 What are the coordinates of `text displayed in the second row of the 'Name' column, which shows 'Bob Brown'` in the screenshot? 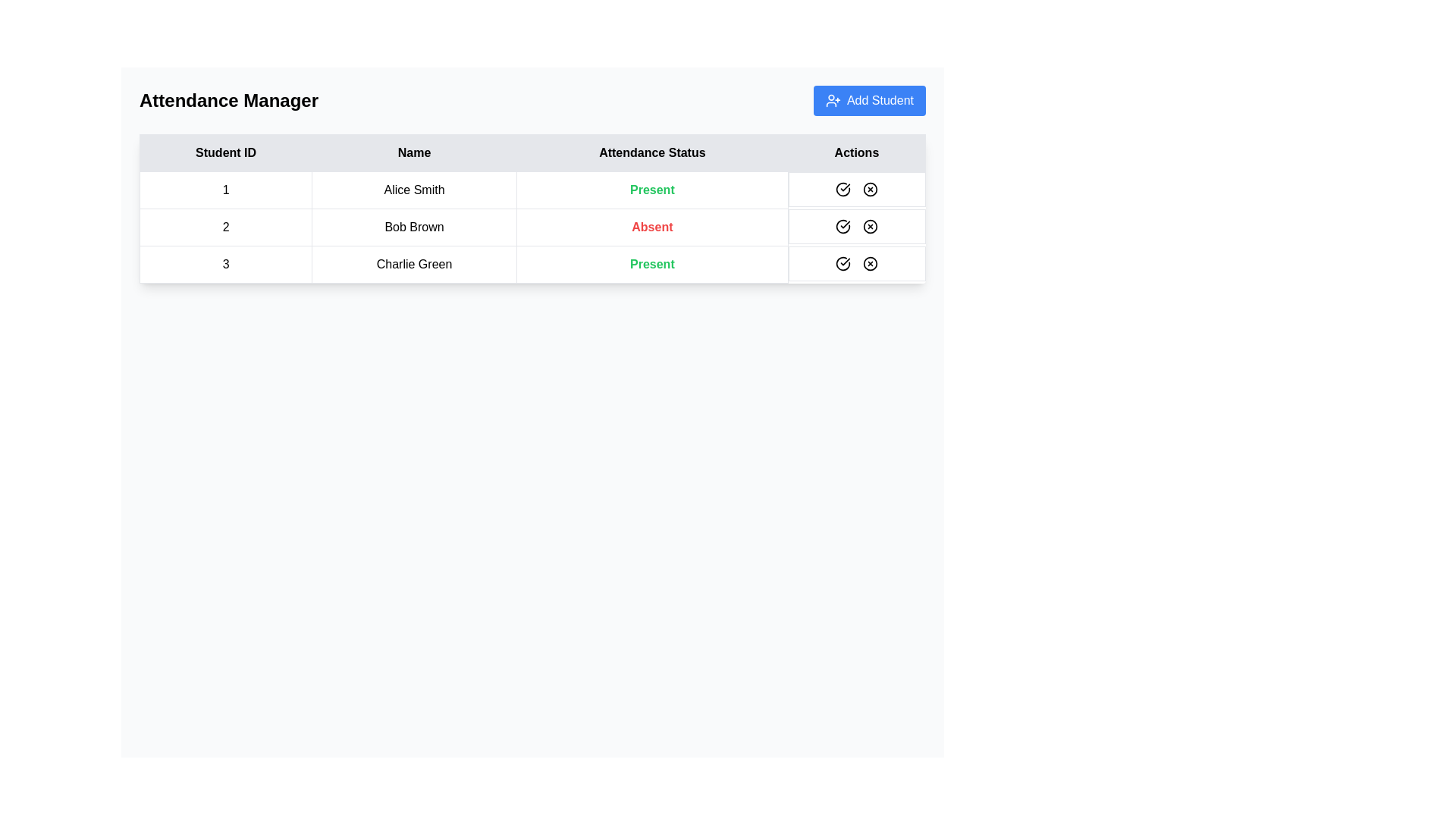 It's located at (414, 227).